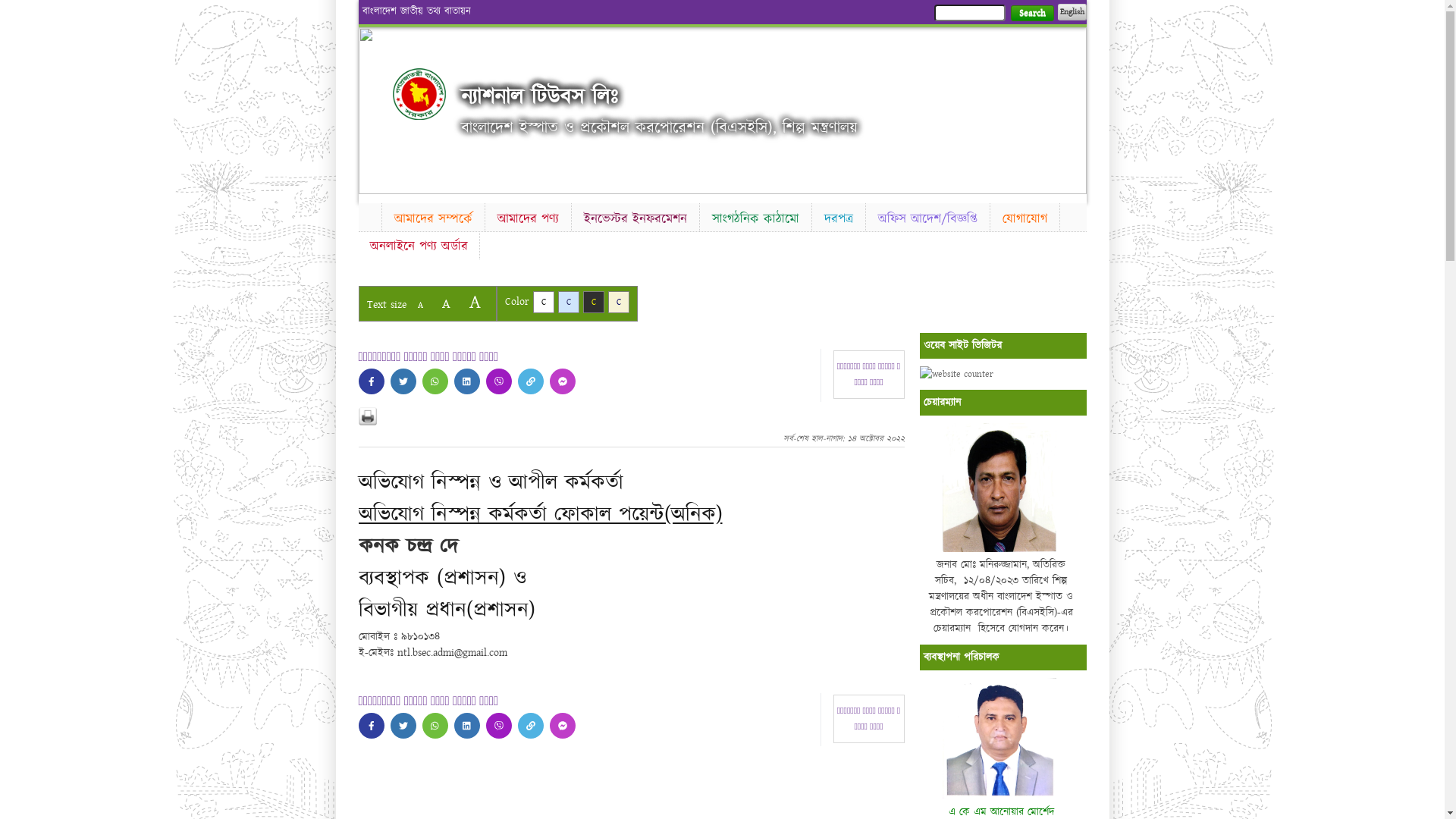 The image size is (1456, 819). I want to click on 'Home', so click(356, 215).